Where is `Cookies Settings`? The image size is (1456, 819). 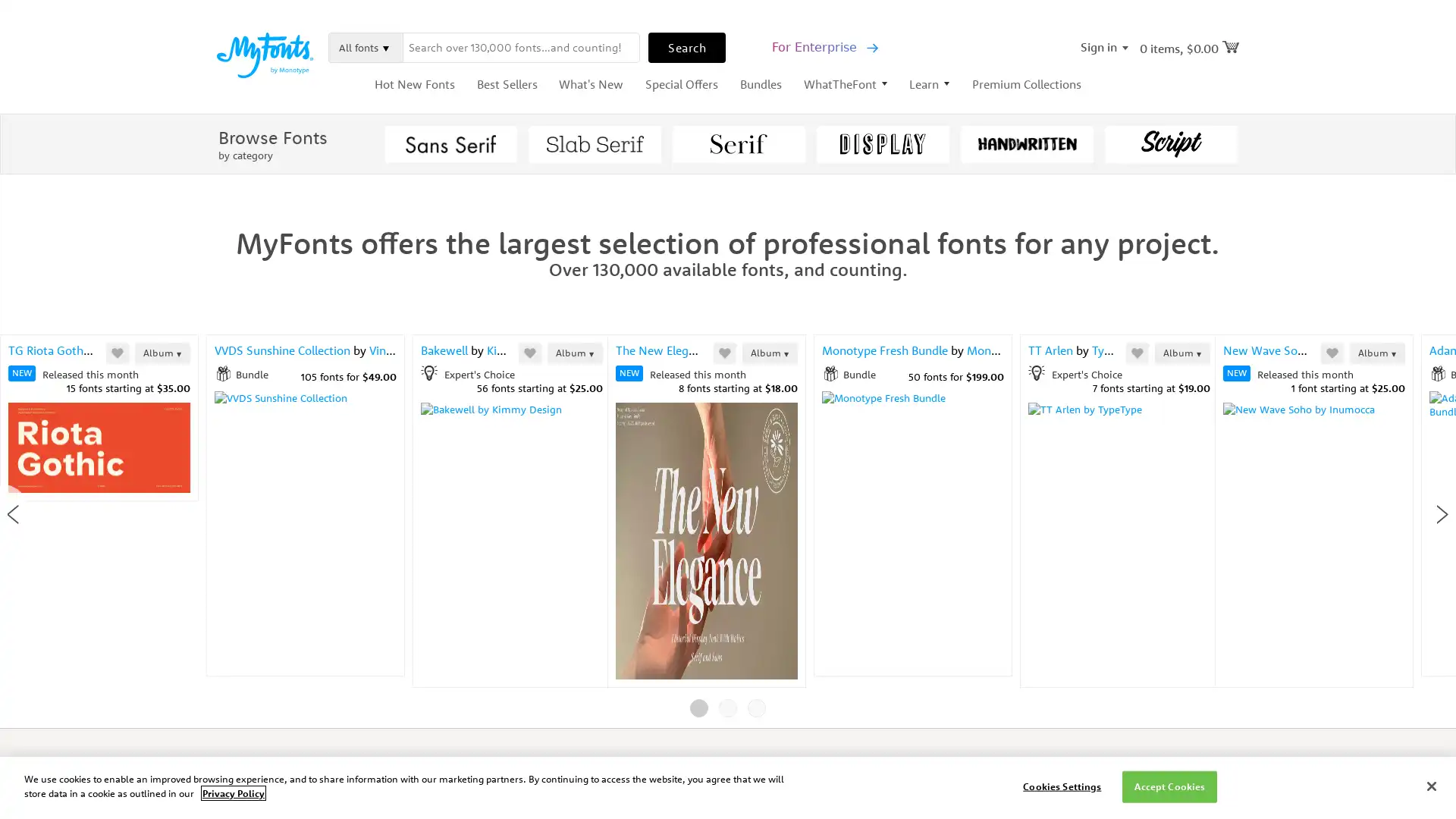 Cookies Settings is located at coordinates (1061, 786).